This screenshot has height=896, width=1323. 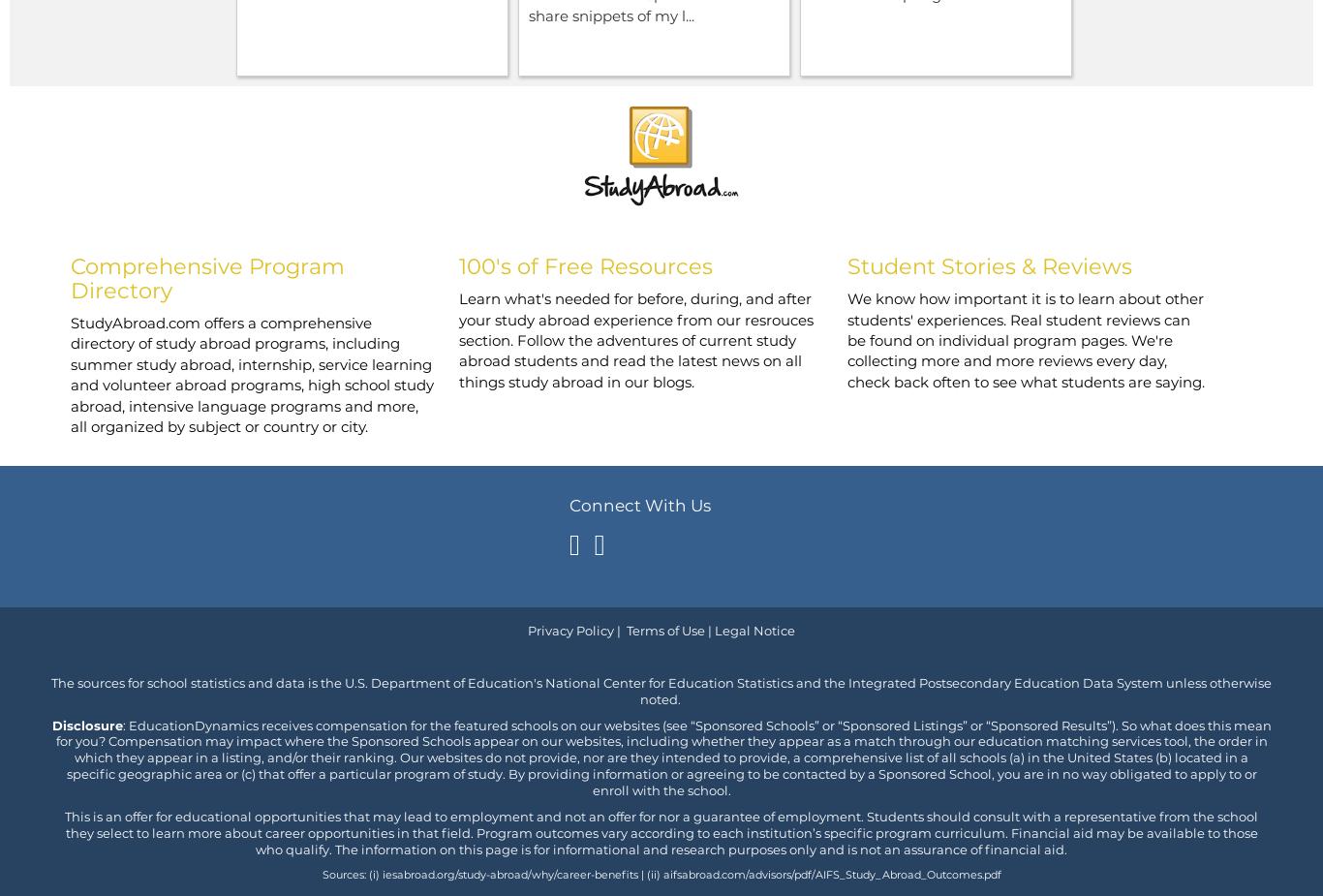 What do you see at coordinates (156, 724) in the screenshot?
I see `': Education'` at bounding box center [156, 724].